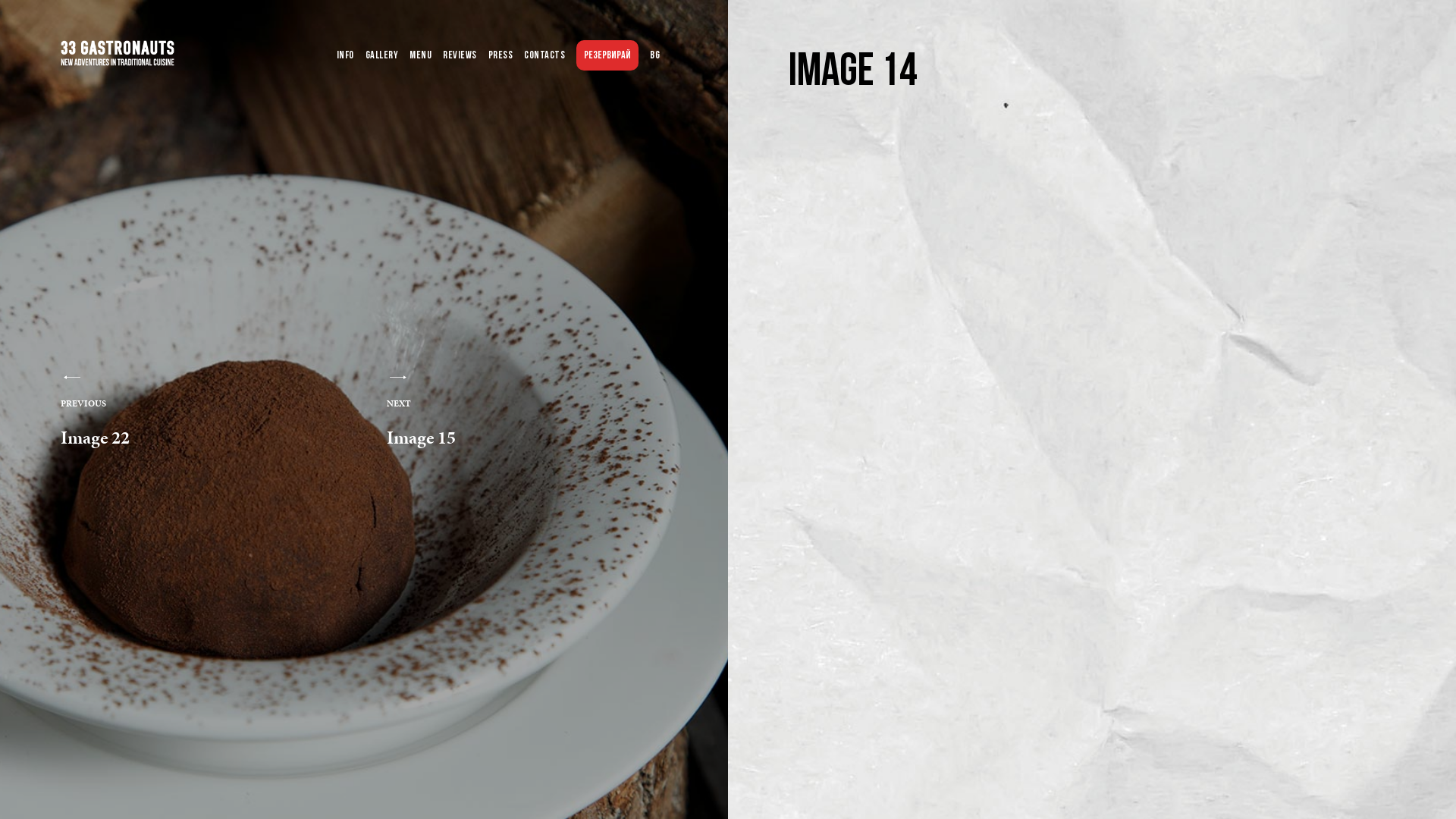 Image resolution: width=1456 pixels, height=819 pixels. What do you see at coordinates (524, 55) in the screenshot?
I see `'Contacts'` at bounding box center [524, 55].